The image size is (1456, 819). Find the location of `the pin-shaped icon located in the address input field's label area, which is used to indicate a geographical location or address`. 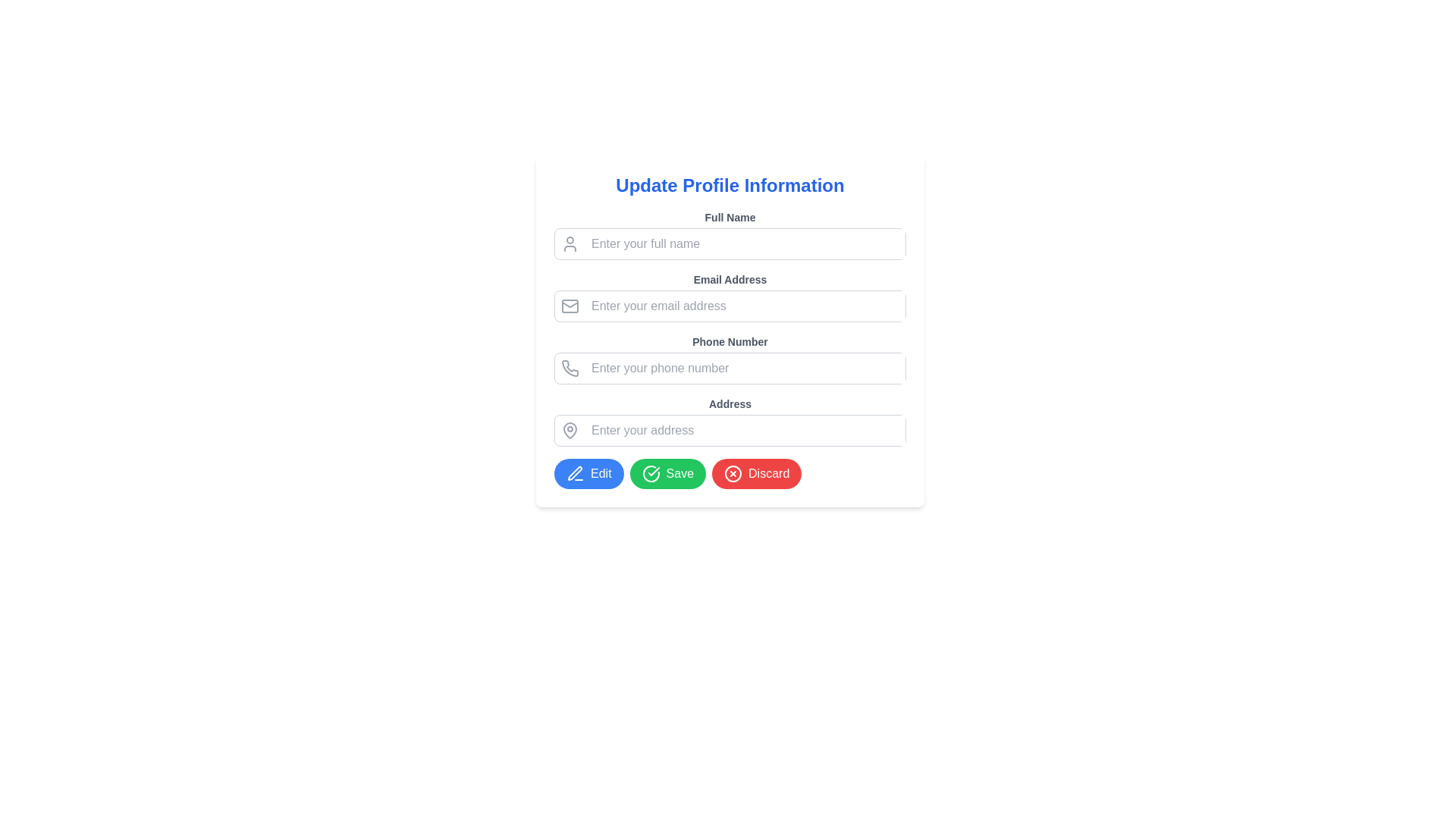

the pin-shaped icon located in the address input field's label area, which is used to indicate a geographical location or address is located at coordinates (570, 430).